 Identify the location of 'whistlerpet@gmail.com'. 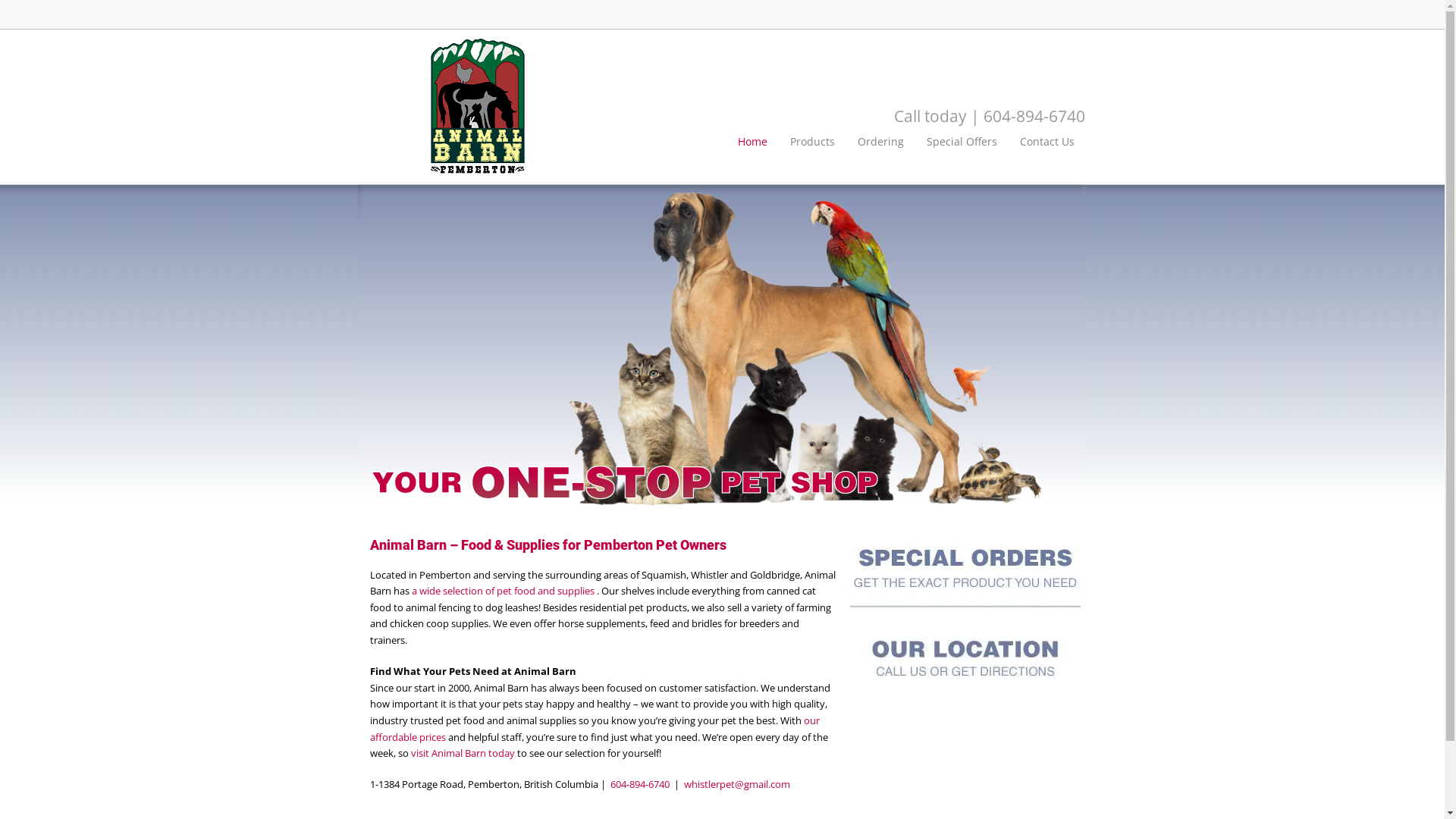
(736, 783).